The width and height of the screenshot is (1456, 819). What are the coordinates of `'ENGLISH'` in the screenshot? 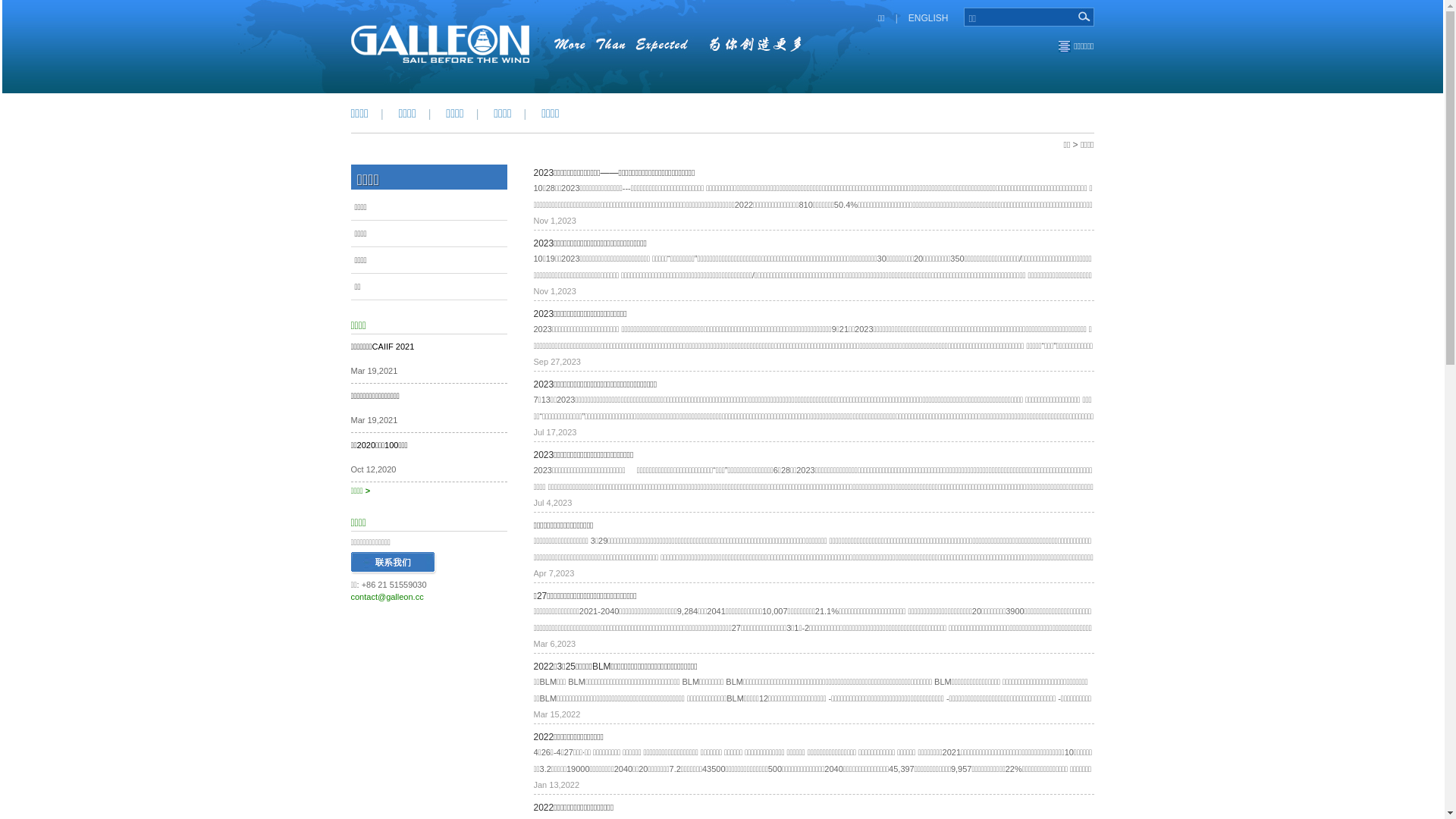 It's located at (908, 17).